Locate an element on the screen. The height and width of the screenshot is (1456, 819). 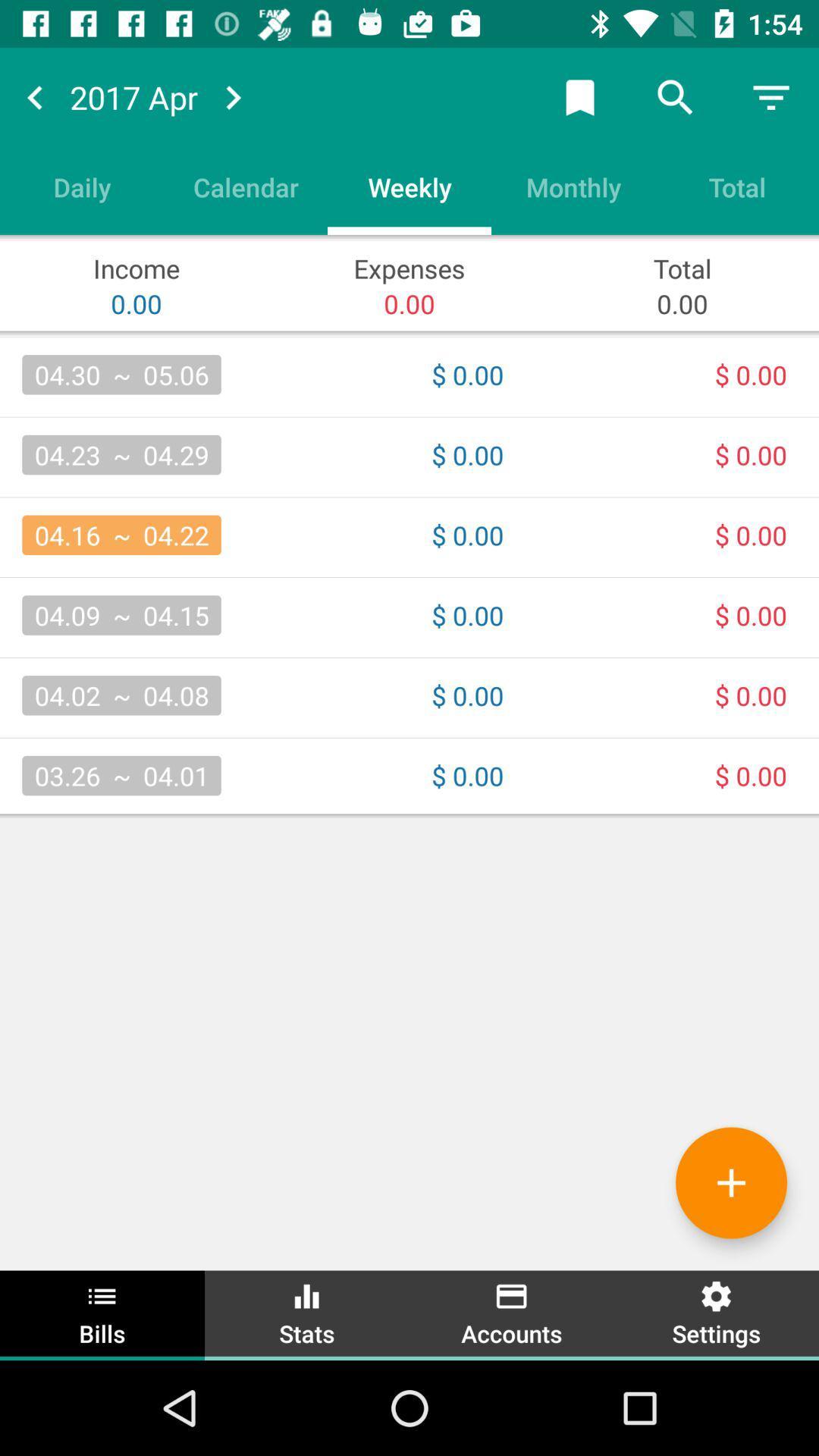
the bookmark icon is located at coordinates (579, 96).